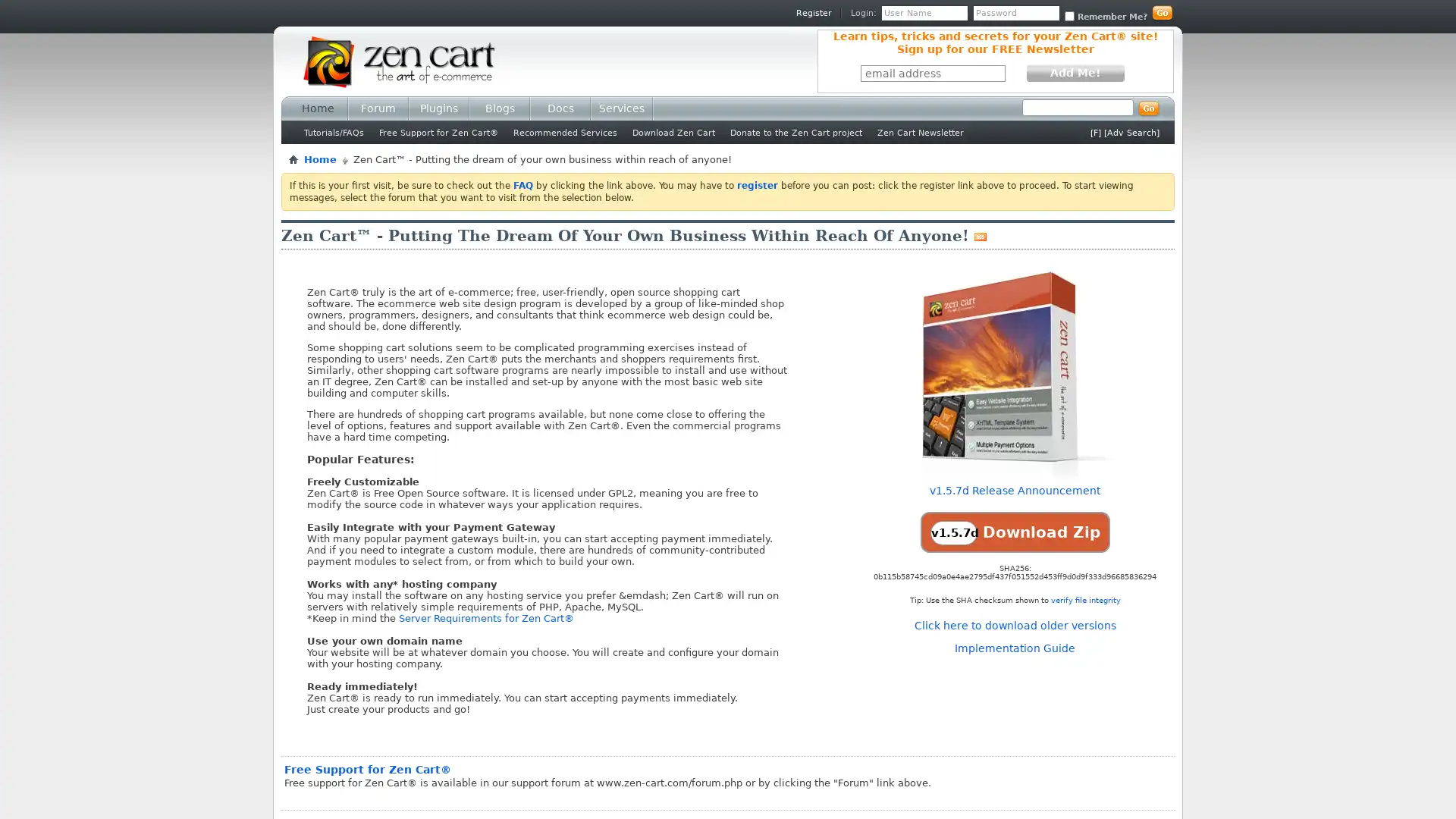 The height and width of the screenshot is (819, 1456). I want to click on Log in, so click(1161, 13).